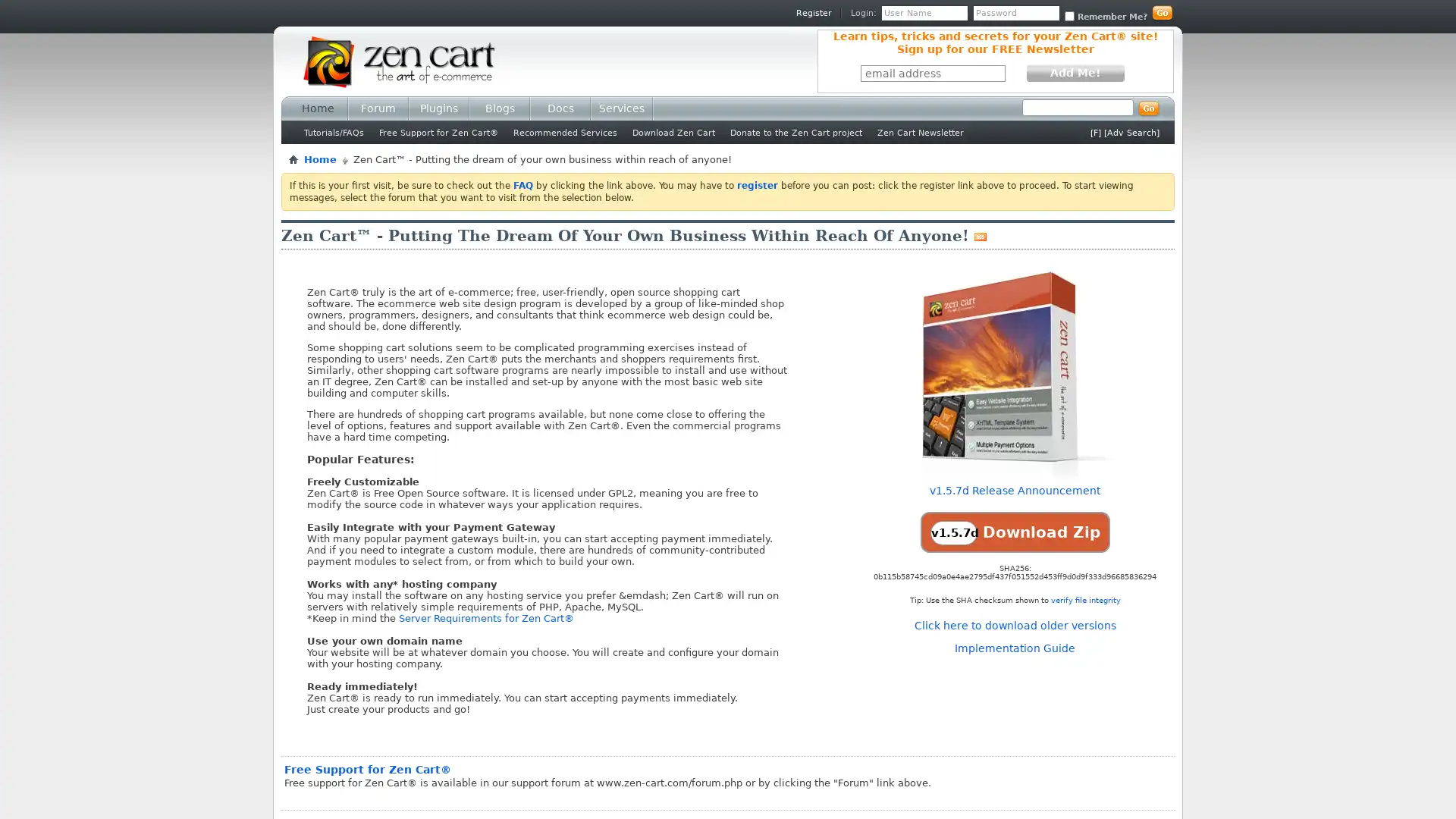 The height and width of the screenshot is (819, 1456). I want to click on Log in, so click(1161, 13).